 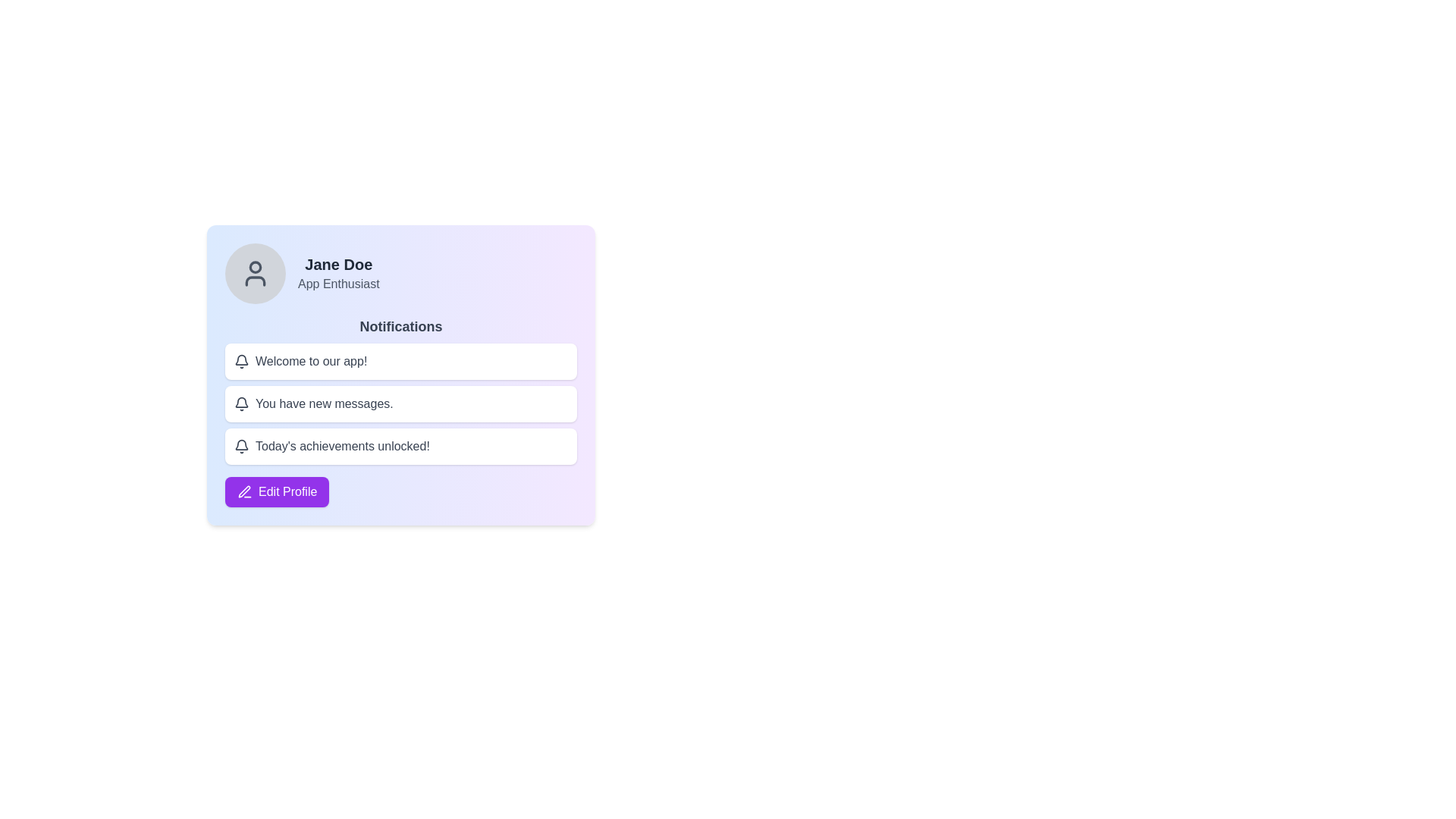 I want to click on the non-interactive text label displaying 'Jane Doe' in the top-left corner of the profile card, which is positioned above the subtitle 'App Enthusiast', so click(x=337, y=263).